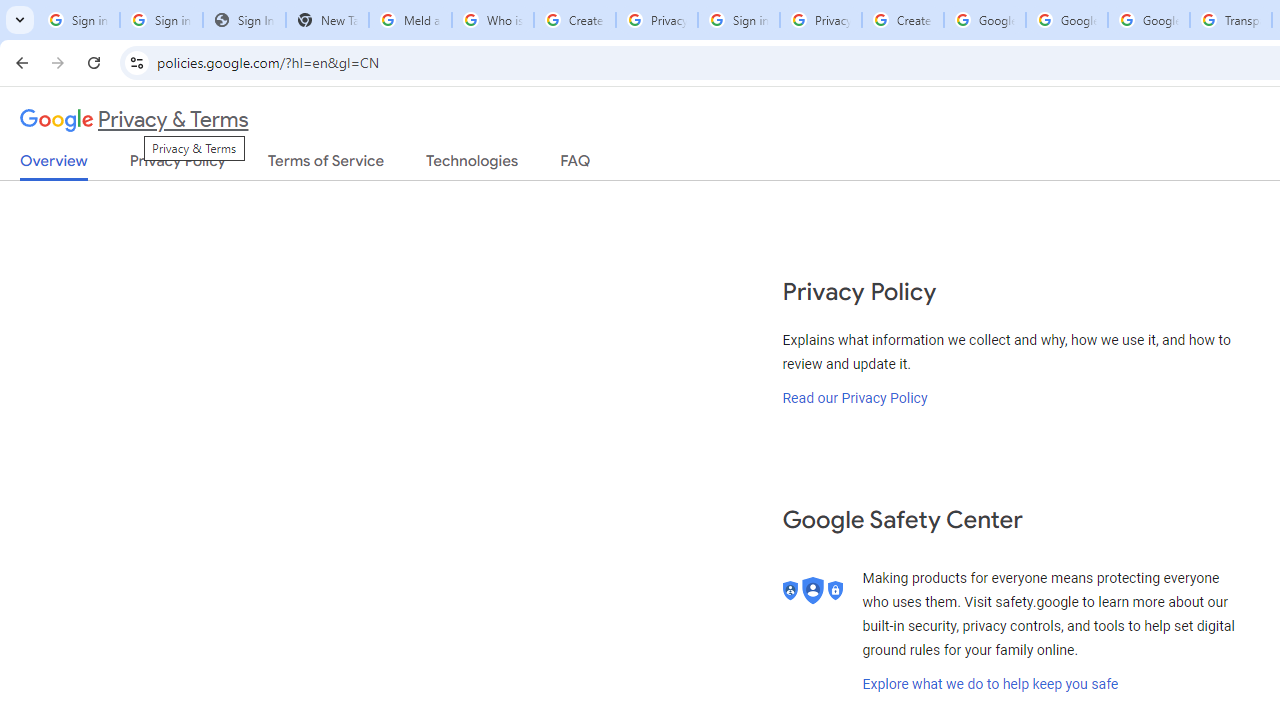  I want to click on 'Who is my administrator? - Google Account Help', so click(492, 20).